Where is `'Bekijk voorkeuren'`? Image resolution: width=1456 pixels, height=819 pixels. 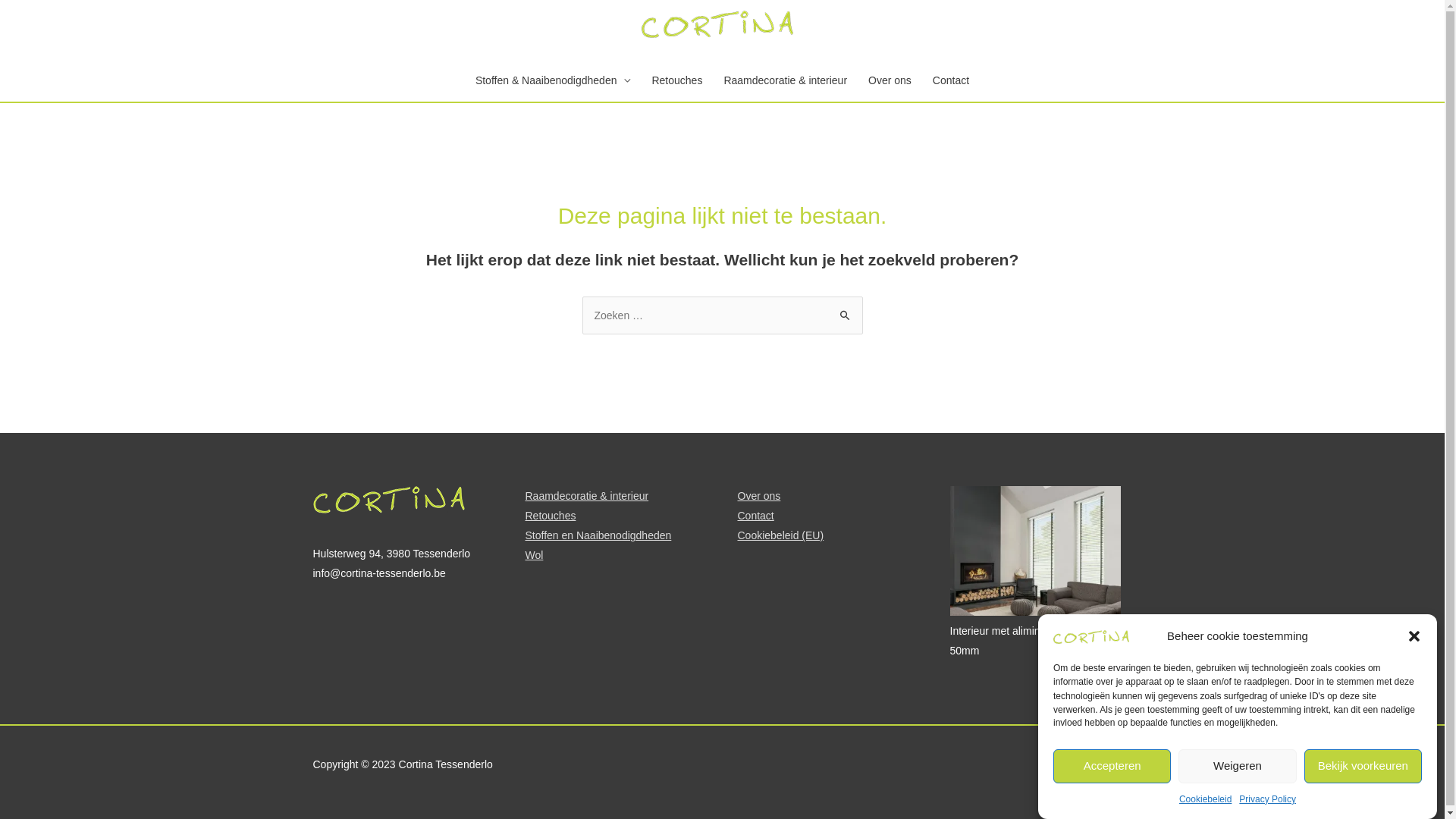 'Bekijk voorkeuren' is located at coordinates (1363, 766).